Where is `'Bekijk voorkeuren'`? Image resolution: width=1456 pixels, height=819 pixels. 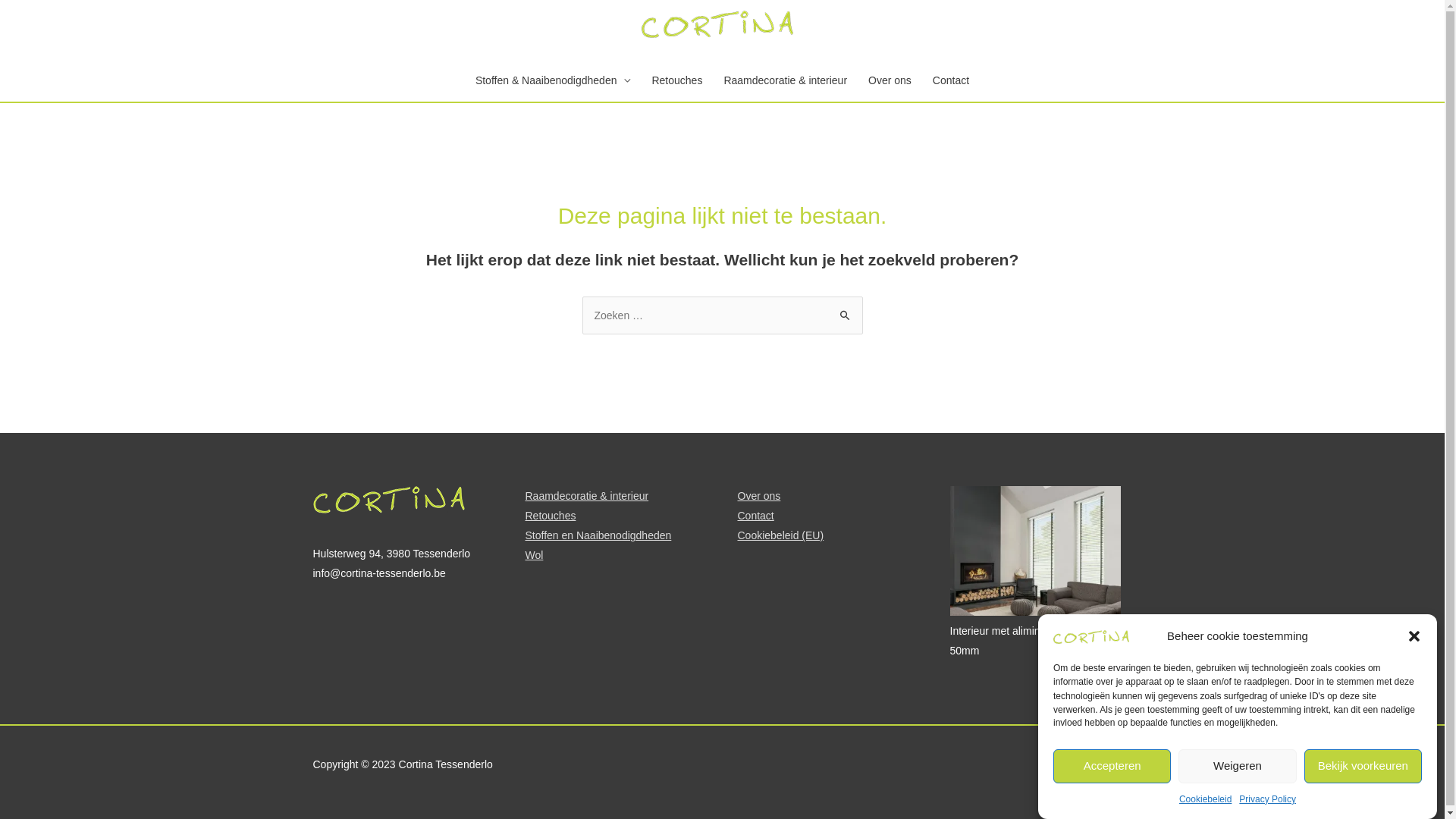 'Bekijk voorkeuren' is located at coordinates (1363, 766).